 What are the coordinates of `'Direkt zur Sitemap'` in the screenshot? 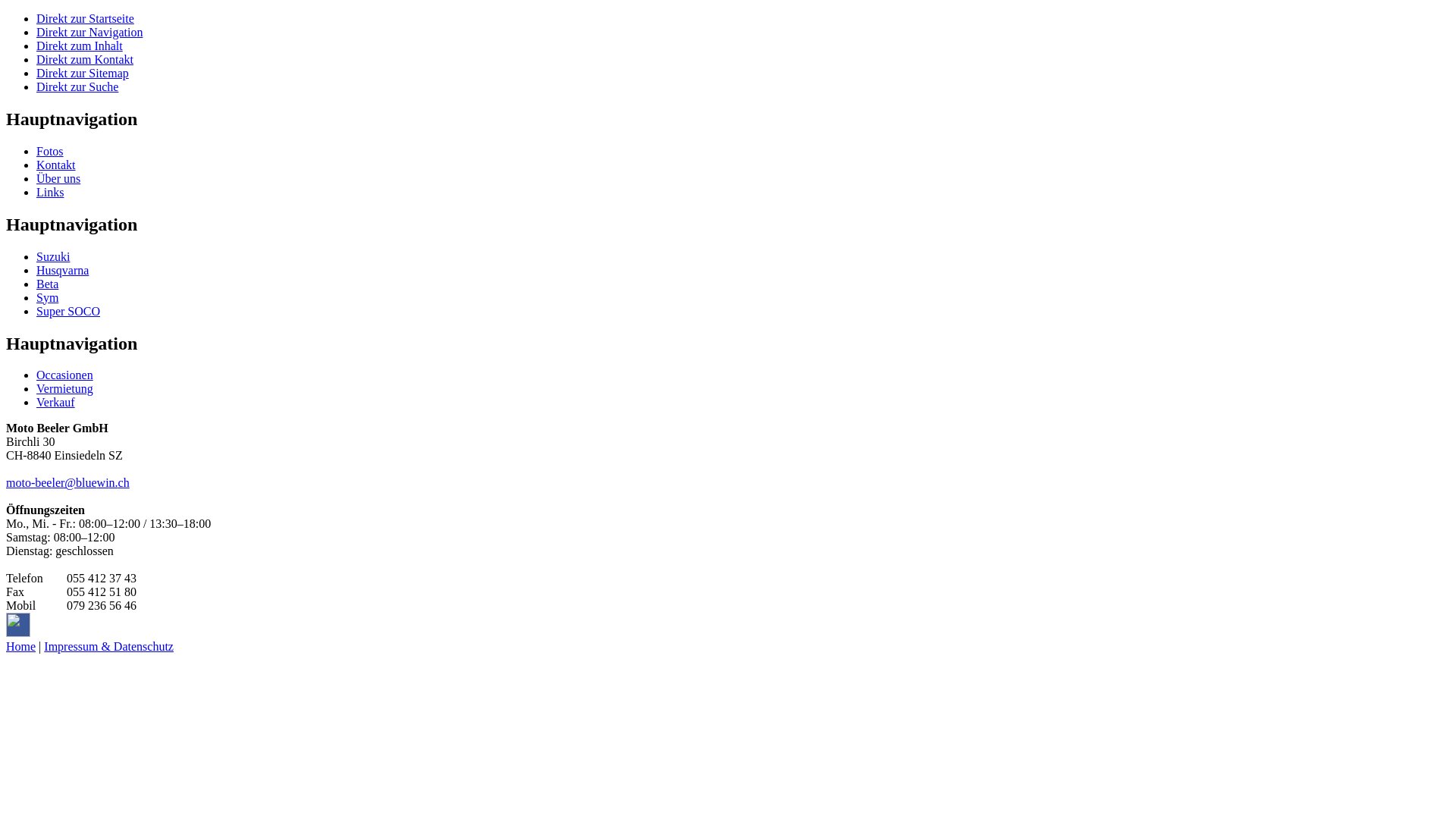 It's located at (82, 73).